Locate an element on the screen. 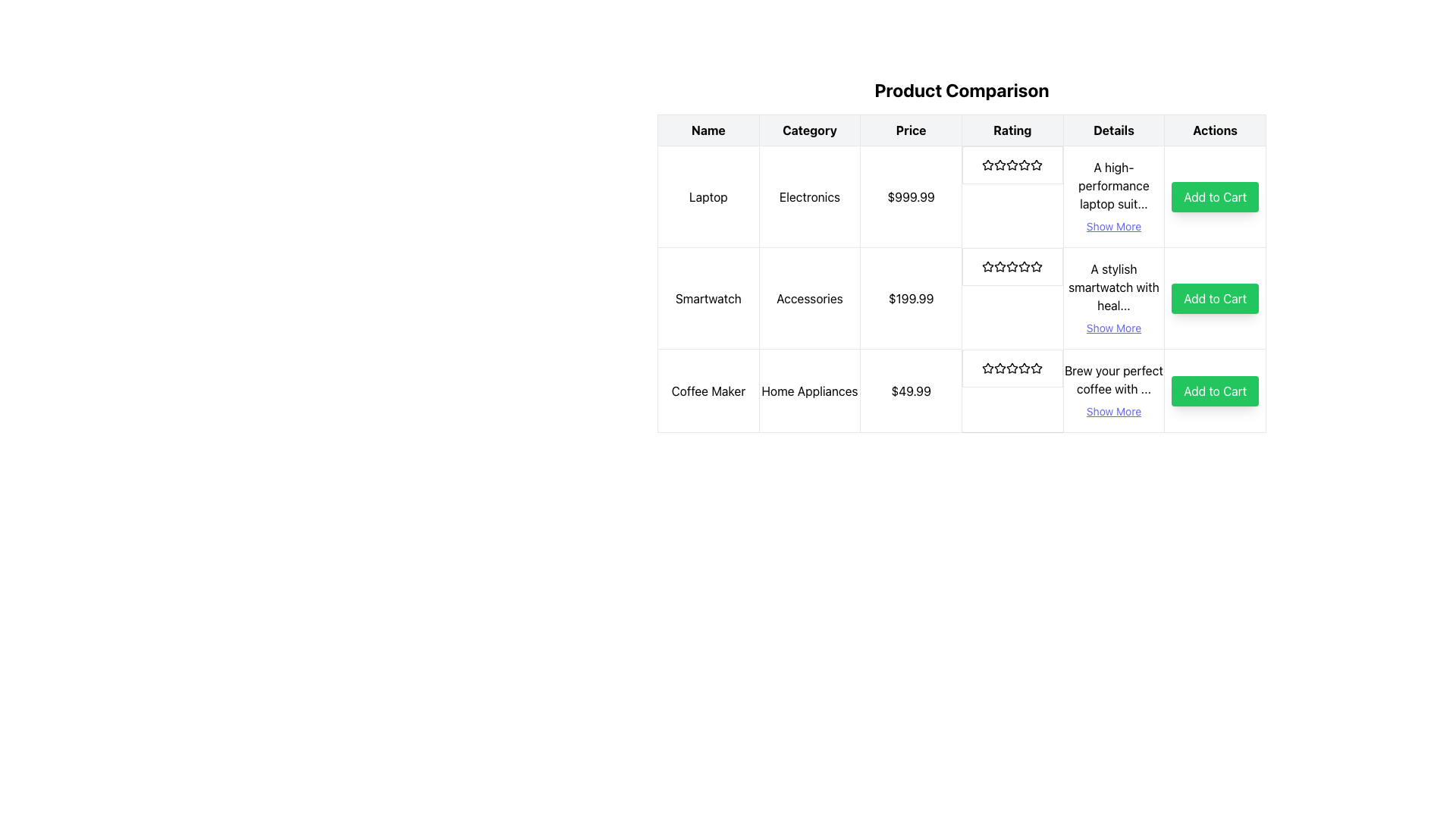  the fourth inactive rating star for the third product in the product comparison table, located in the 'Rating' column between 'Price' and 'Details' is located at coordinates (1012, 368).